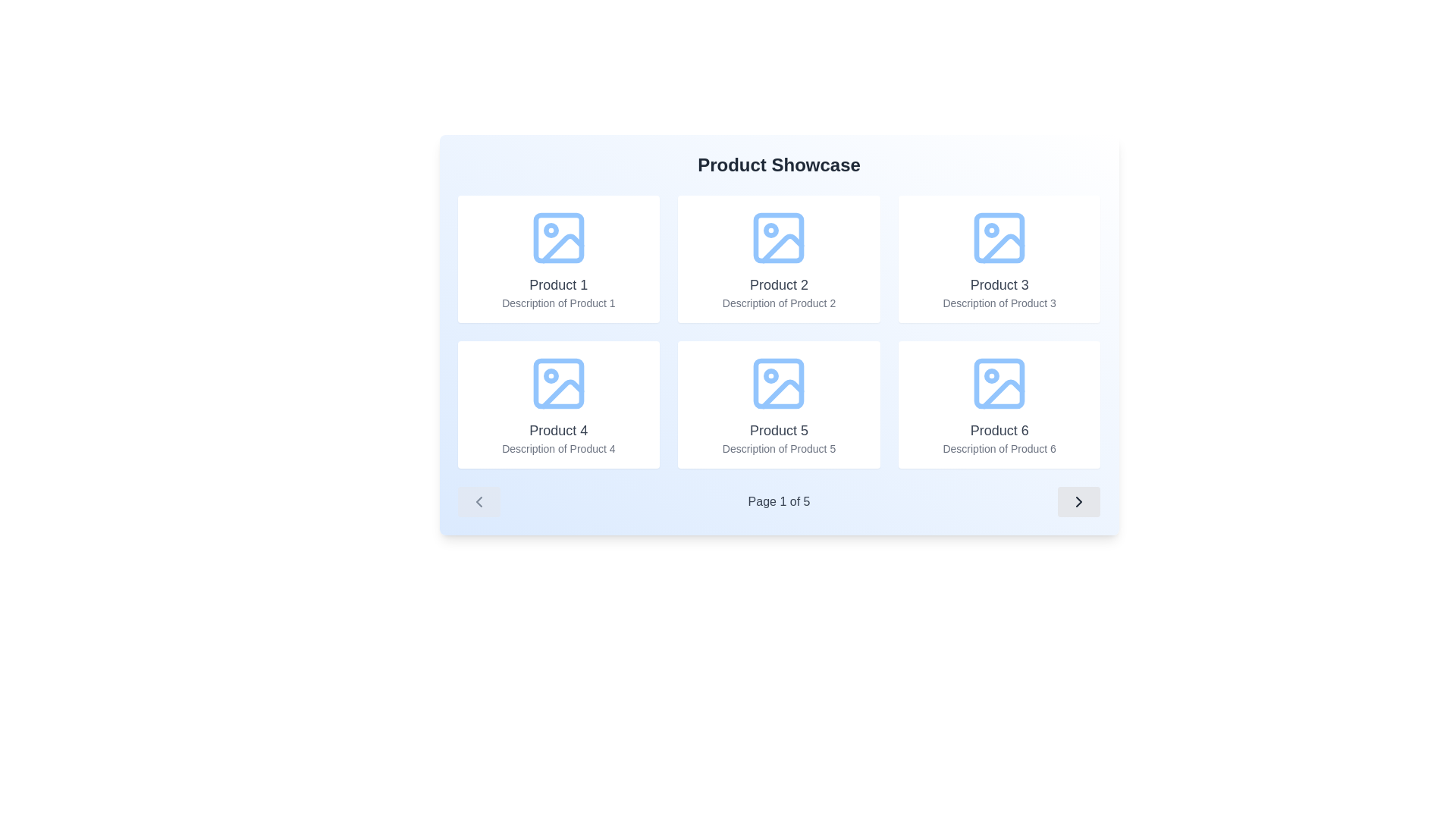 The image size is (1456, 819). Describe the element at coordinates (557, 447) in the screenshot. I see `text label that displays 'Description of Product 4', which is located below the title 'Product 4' within the card in the second row, first column of the grid` at that location.